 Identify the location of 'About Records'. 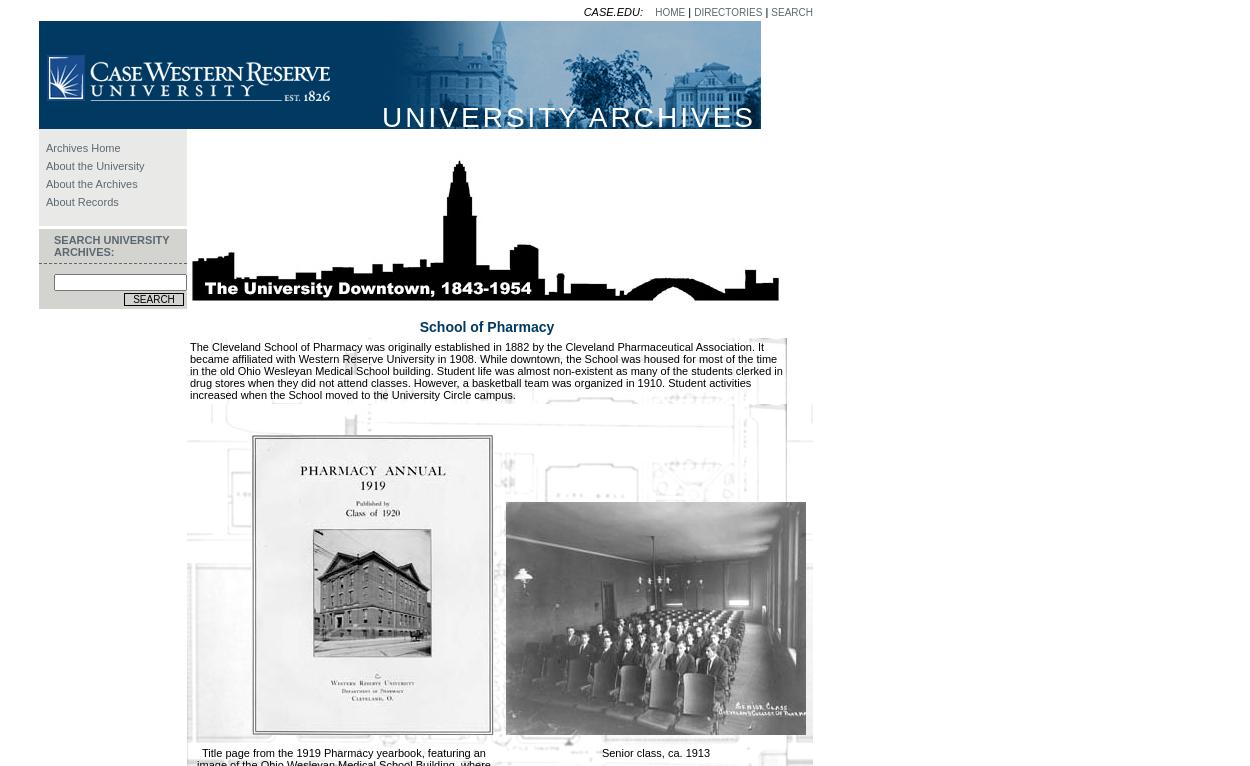
(81, 201).